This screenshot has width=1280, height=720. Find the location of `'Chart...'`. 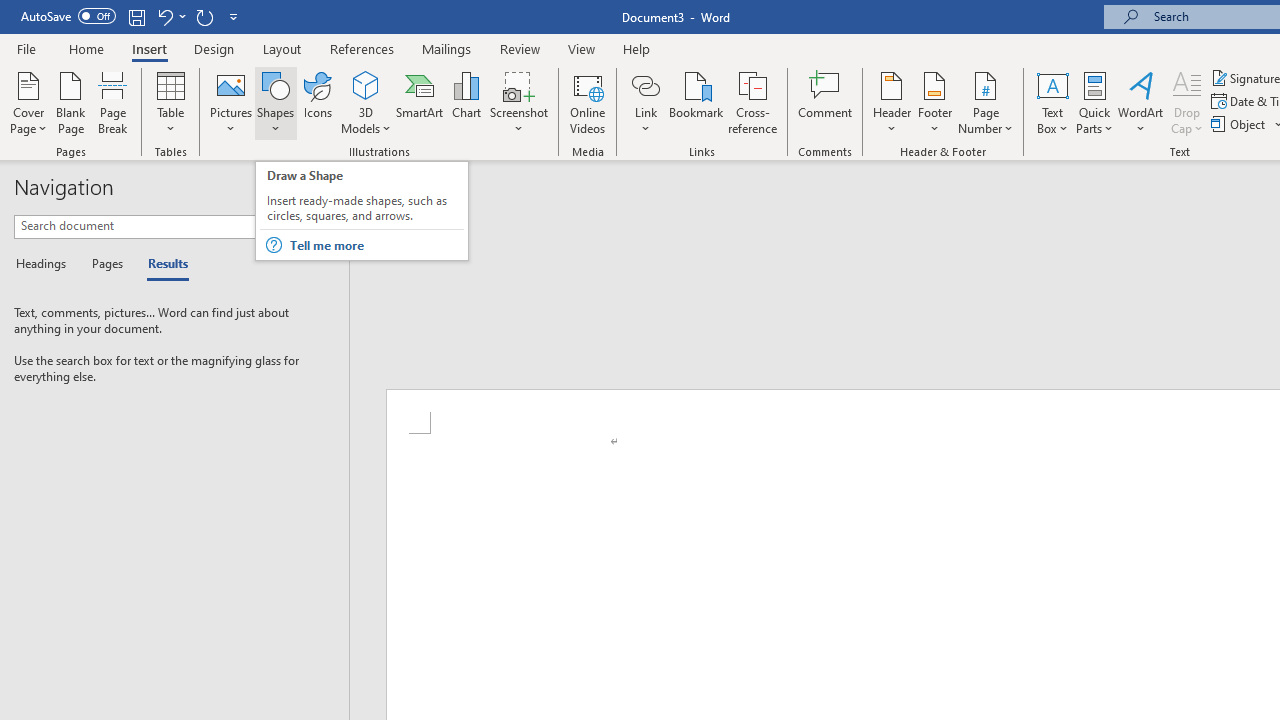

'Chart...' is located at coordinates (465, 103).